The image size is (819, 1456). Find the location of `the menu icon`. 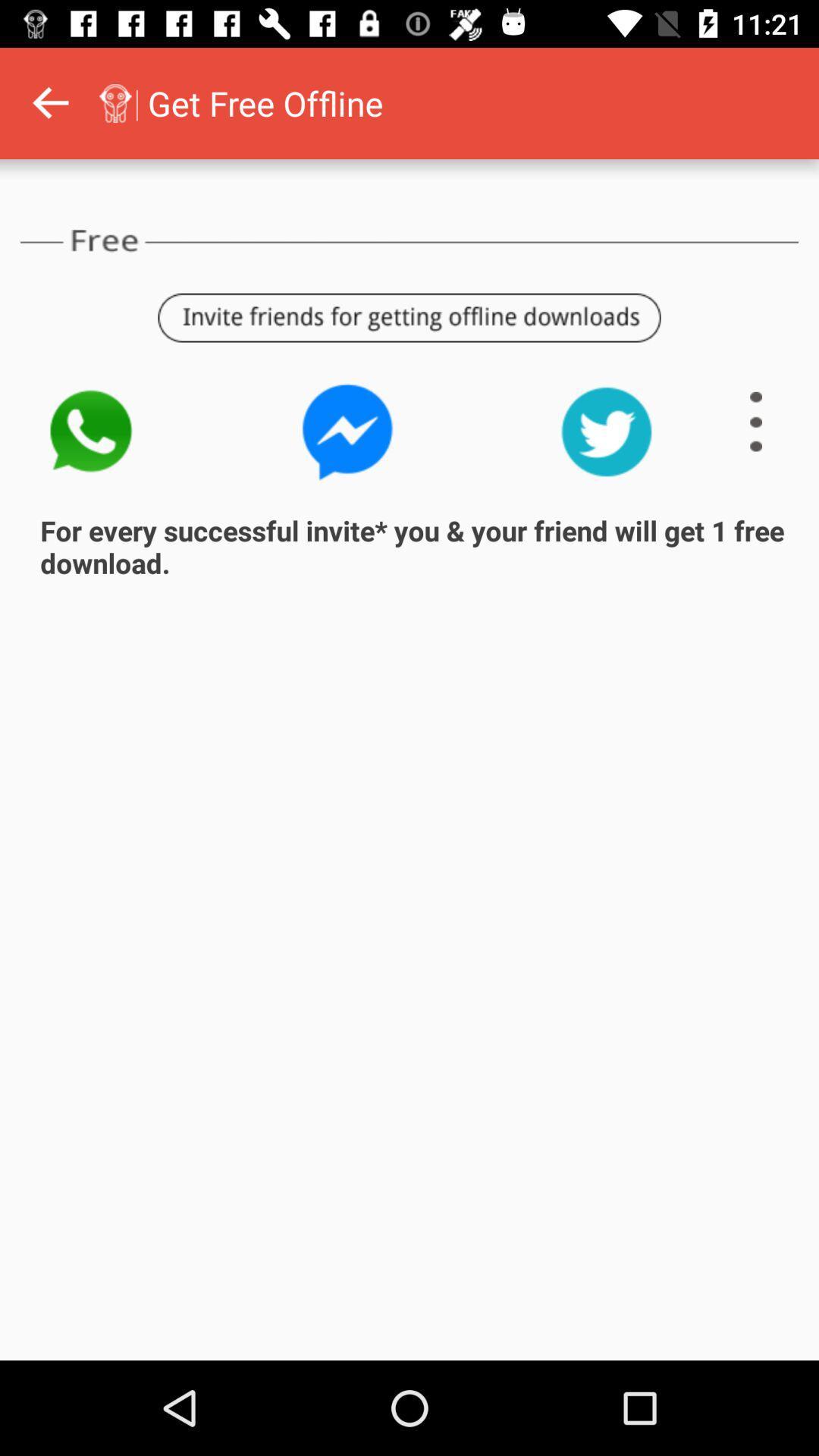

the menu icon is located at coordinates (756, 422).